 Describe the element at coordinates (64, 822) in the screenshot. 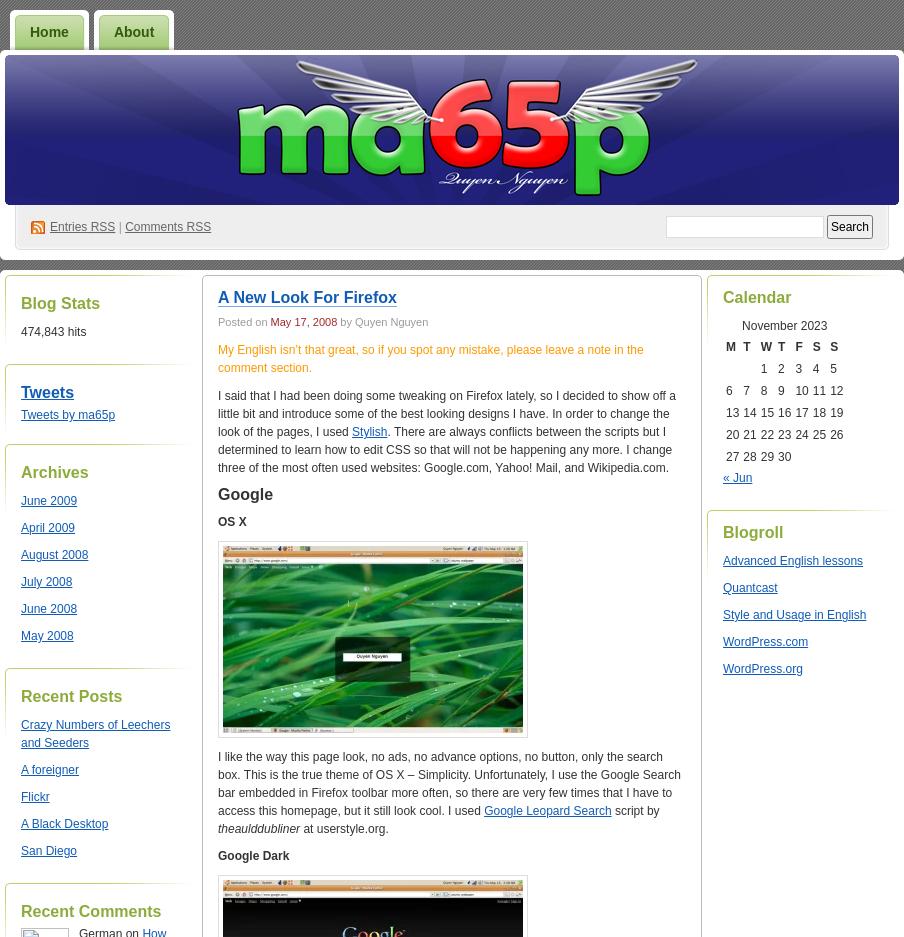

I see `'A Black Desktop'` at that location.